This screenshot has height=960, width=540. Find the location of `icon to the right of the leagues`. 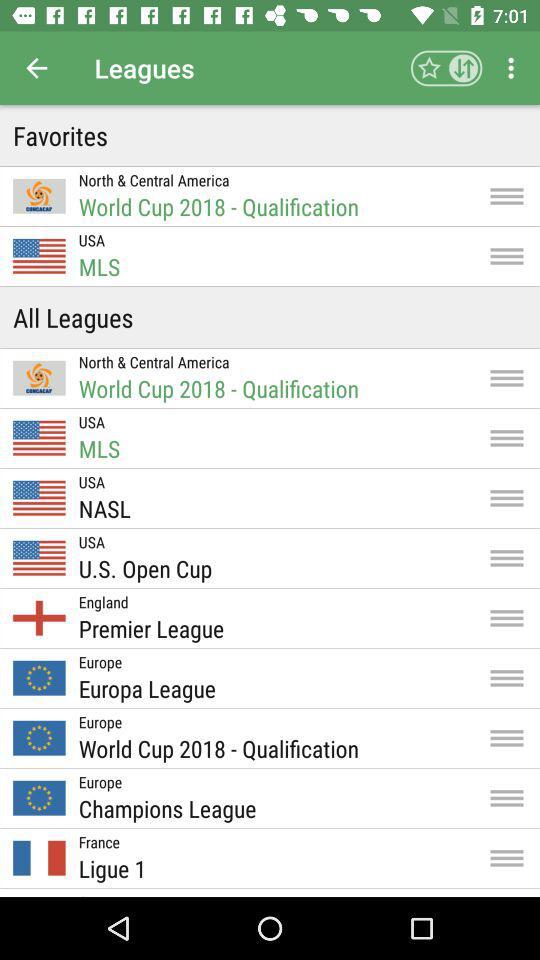

icon to the right of the leagues is located at coordinates (446, 68).